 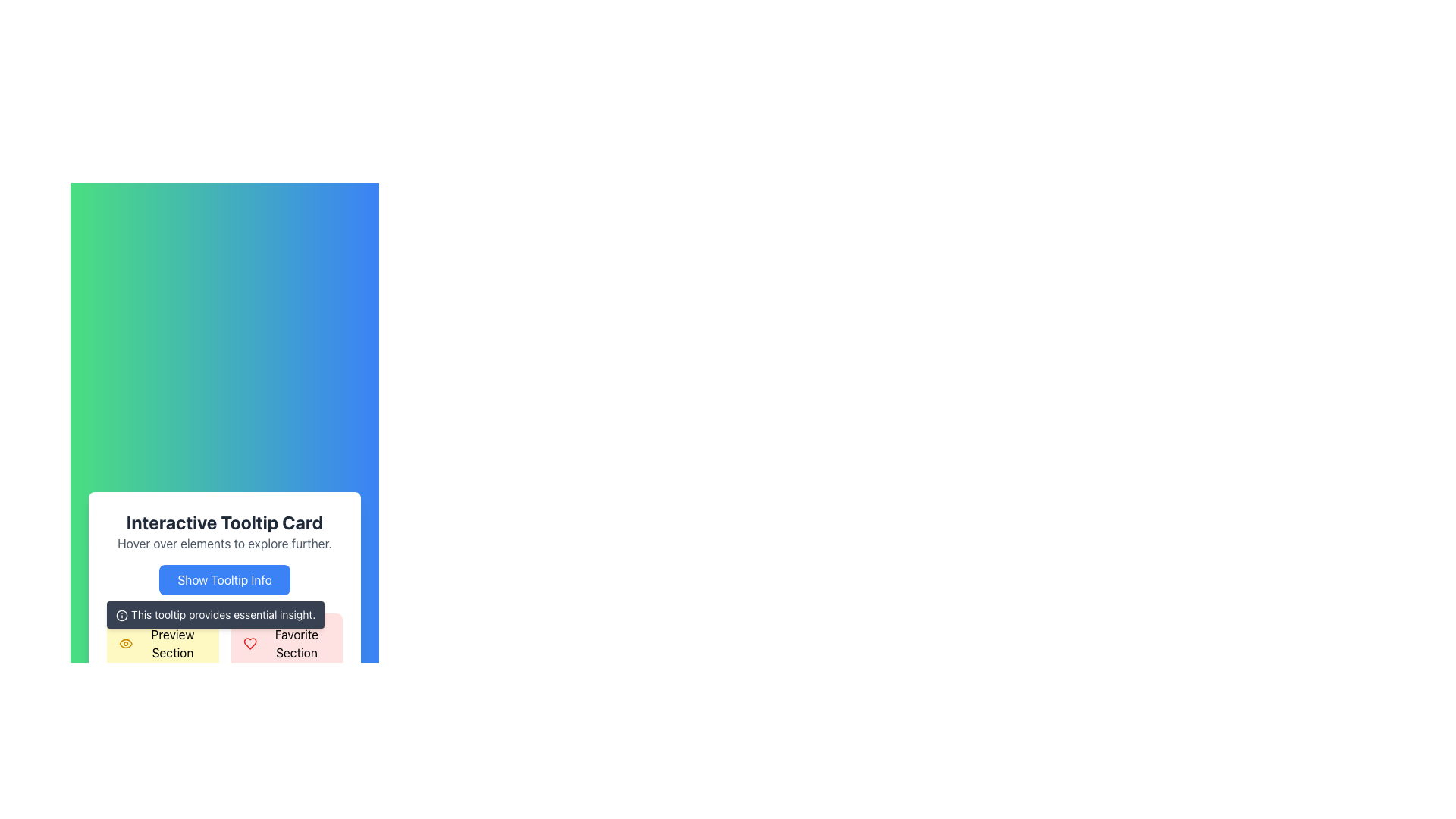 I want to click on text content of the header in the interactive tooltip card, which displays the title 'Interactive Tooltip Card' and the instruction 'Hover over elements to explore further.', so click(x=224, y=531).